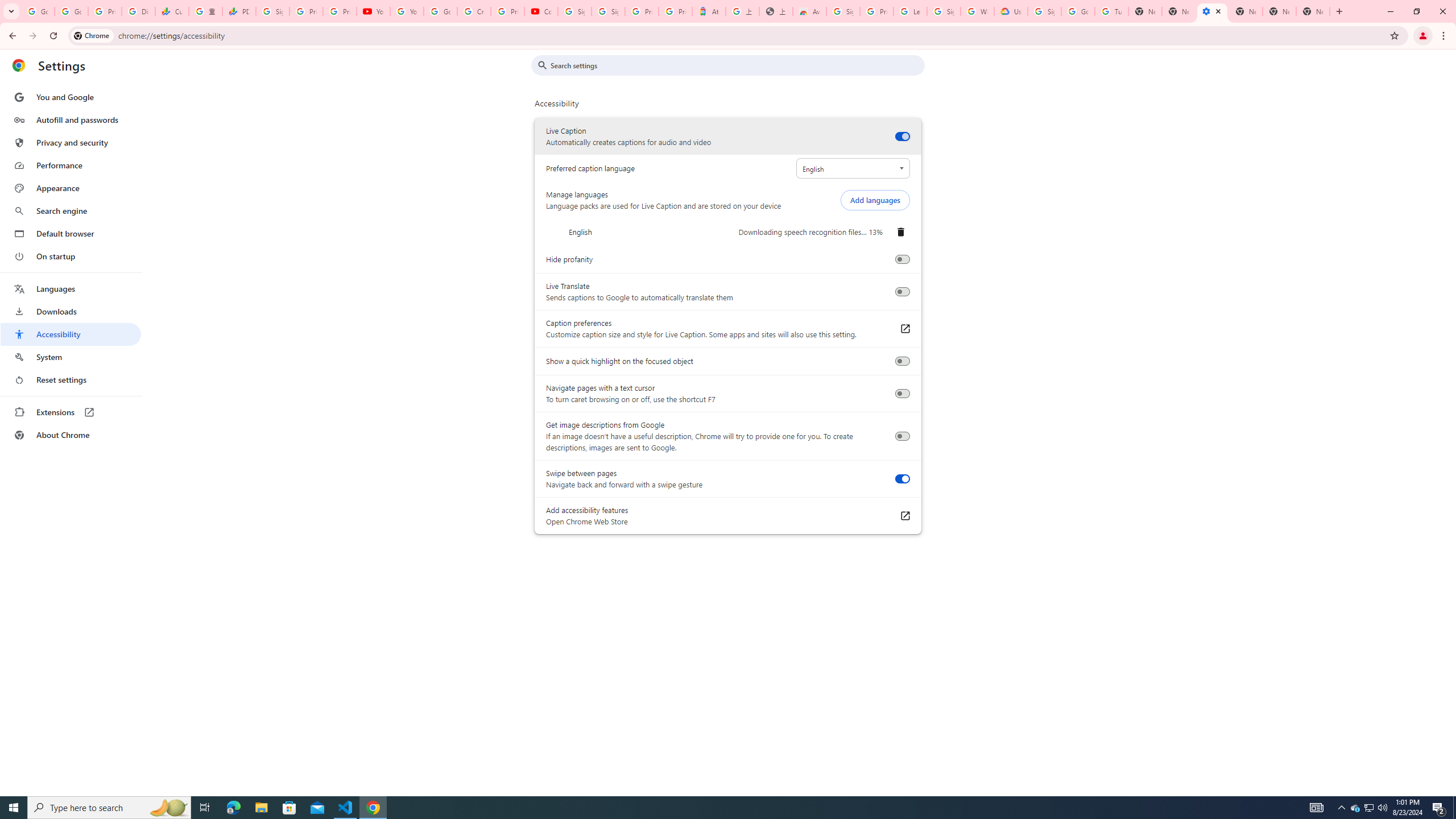  I want to click on 'Google Account Help', so click(1077, 11).